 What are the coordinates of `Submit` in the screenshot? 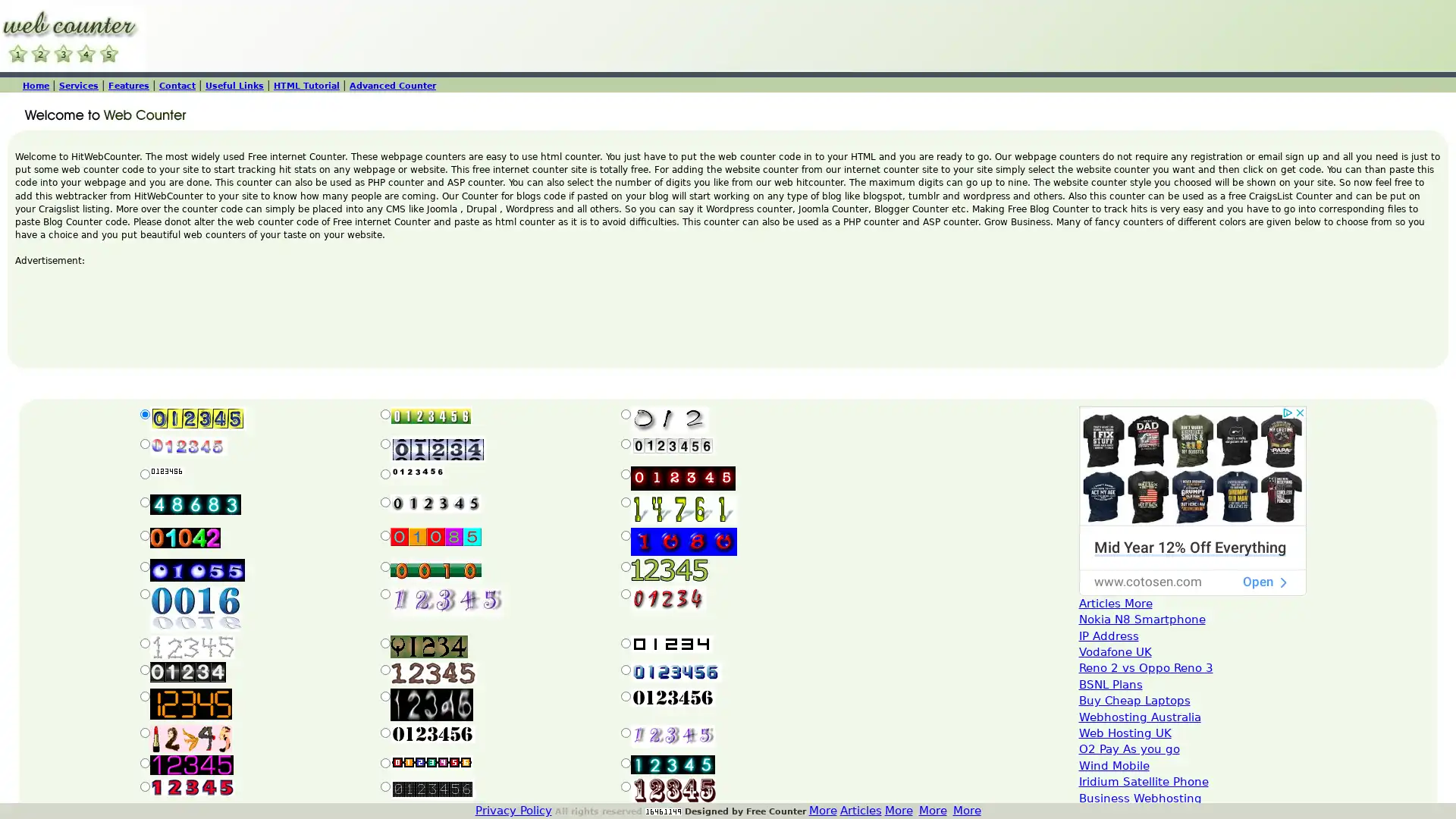 It's located at (192, 646).